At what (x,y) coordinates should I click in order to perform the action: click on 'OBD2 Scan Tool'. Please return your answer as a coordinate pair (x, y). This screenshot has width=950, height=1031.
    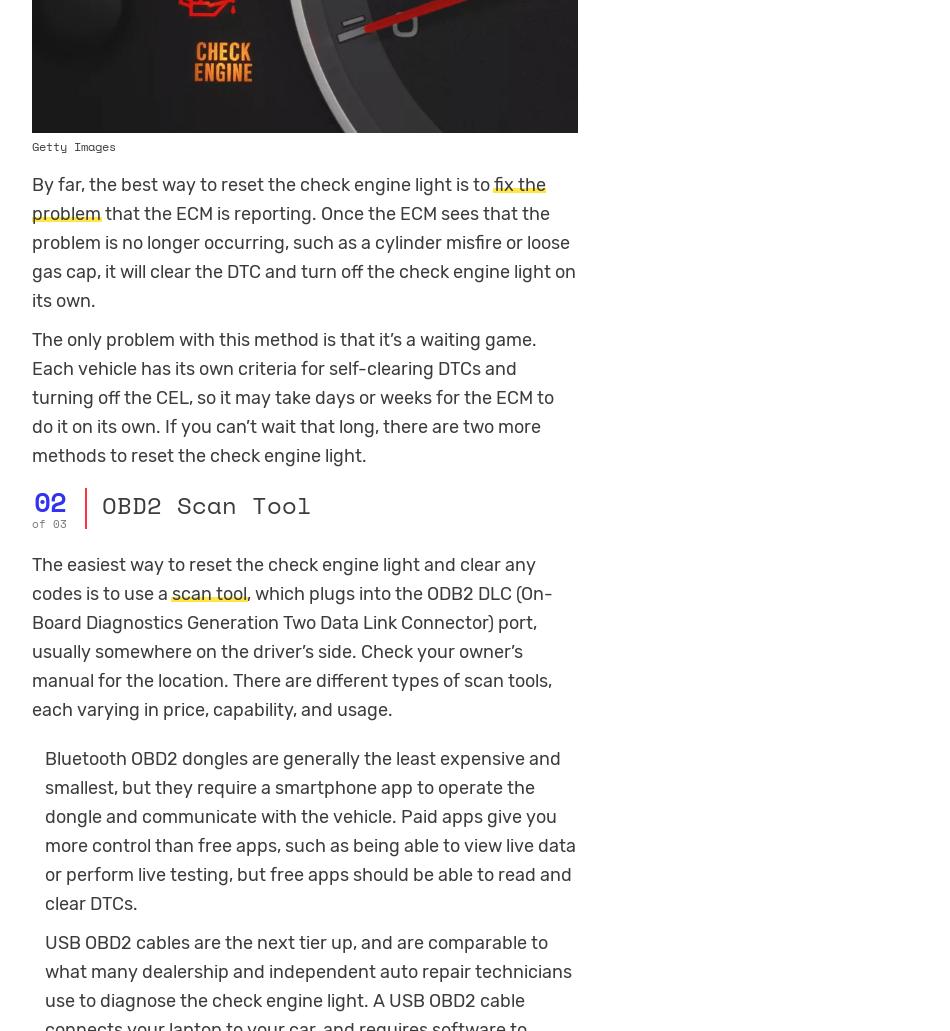
    Looking at the image, I should click on (205, 503).